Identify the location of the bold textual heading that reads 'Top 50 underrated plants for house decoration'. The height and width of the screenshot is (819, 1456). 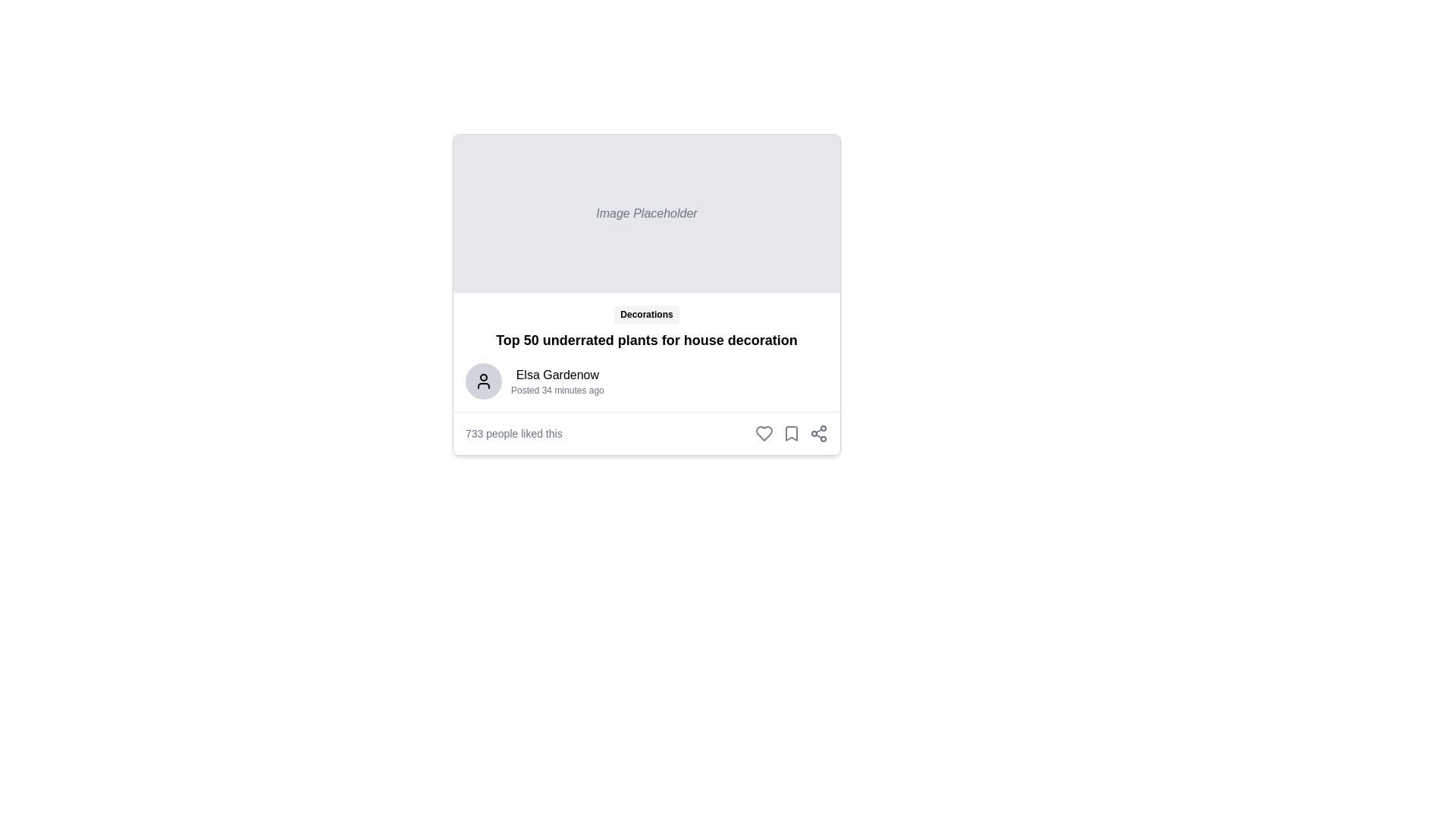
(647, 339).